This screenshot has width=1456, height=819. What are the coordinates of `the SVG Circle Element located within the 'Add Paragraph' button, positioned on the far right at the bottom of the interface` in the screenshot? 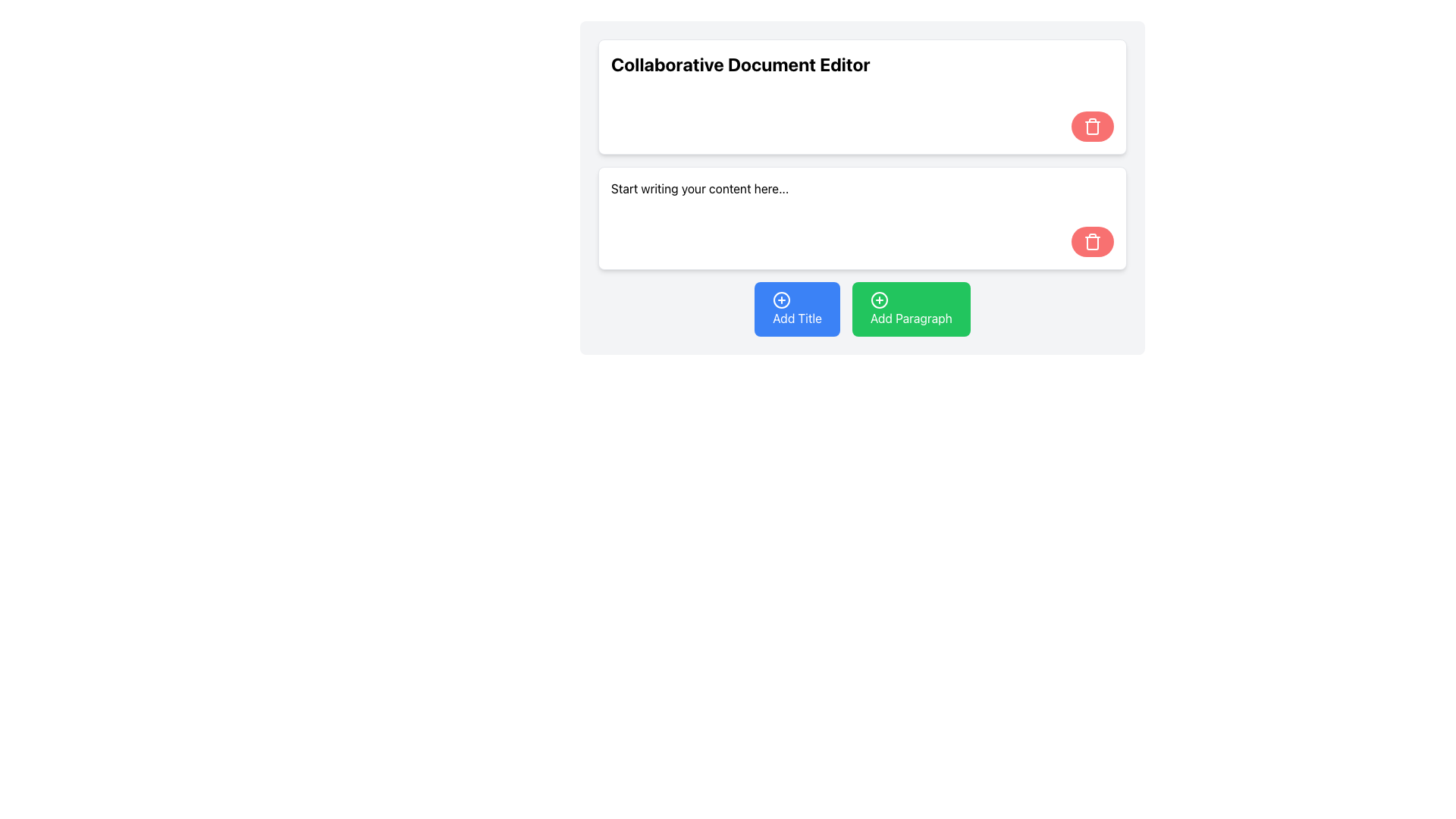 It's located at (879, 300).